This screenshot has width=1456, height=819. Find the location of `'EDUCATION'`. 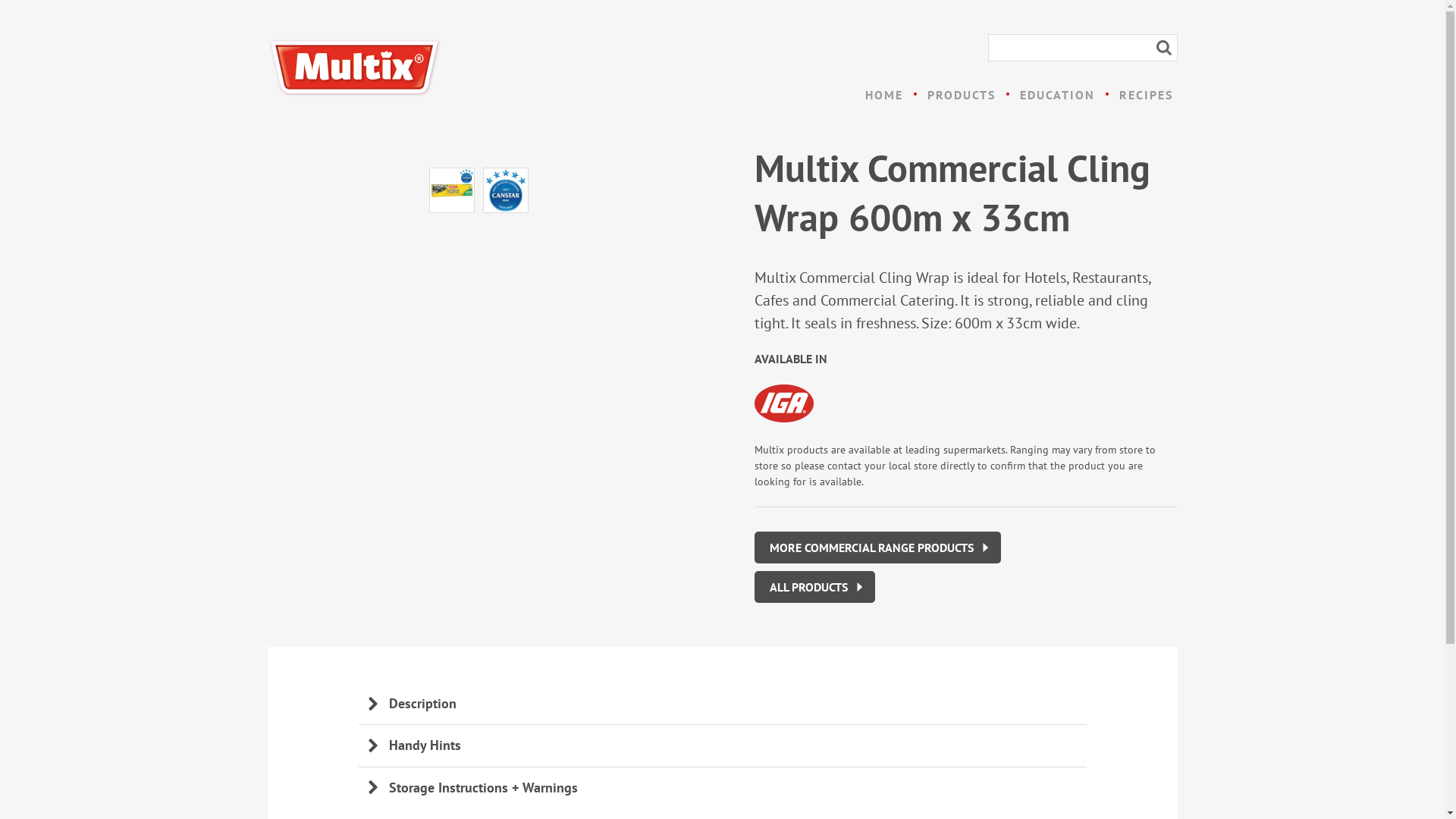

'EDUCATION' is located at coordinates (1056, 94).